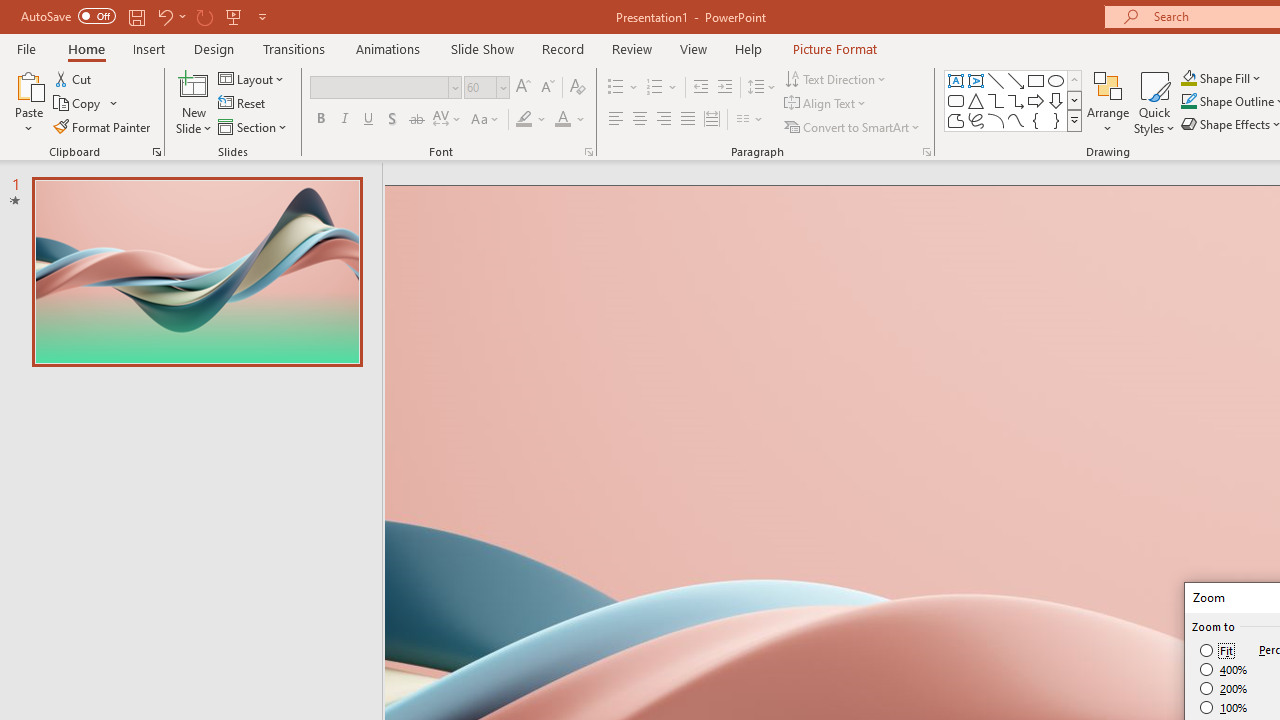 The height and width of the screenshot is (720, 1280). What do you see at coordinates (835, 48) in the screenshot?
I see `'Picture Format'` at bounding box center [835, 48].